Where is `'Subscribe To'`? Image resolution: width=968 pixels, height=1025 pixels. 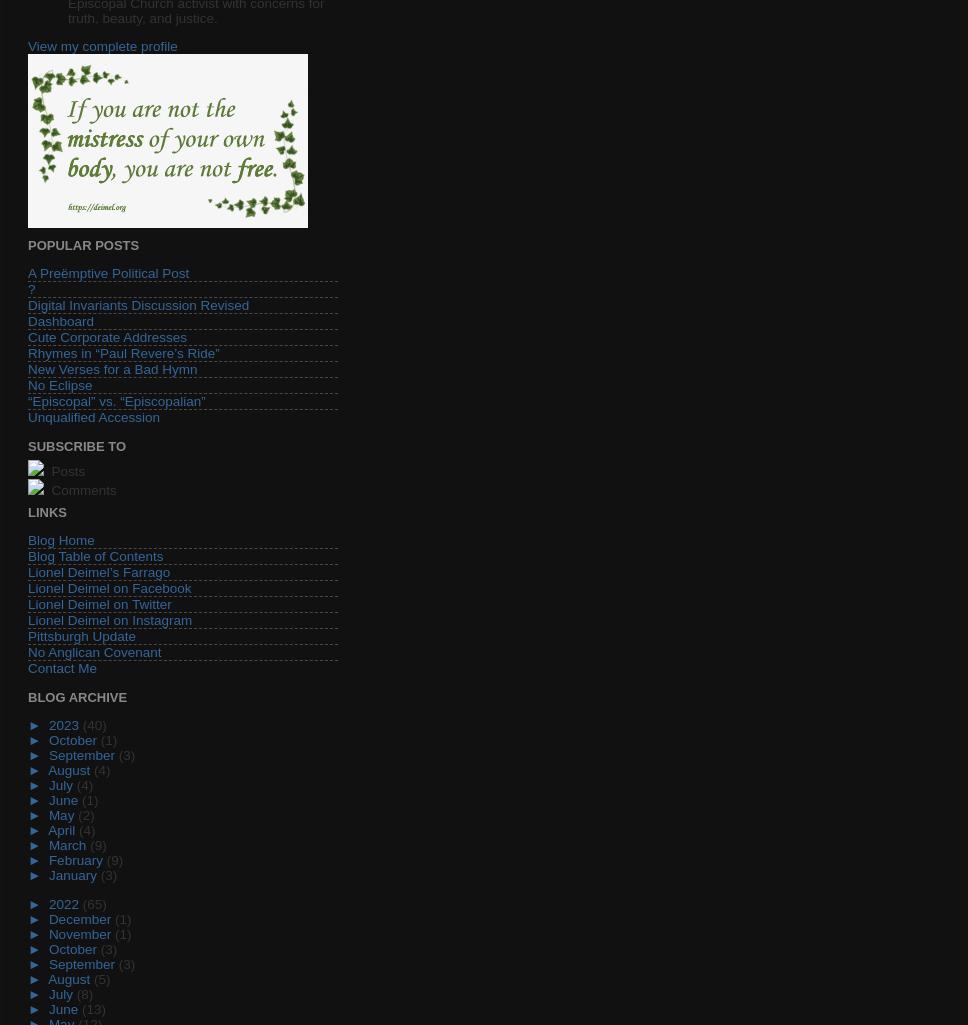 'Subscribe To' is located at coordinates (75, 444).